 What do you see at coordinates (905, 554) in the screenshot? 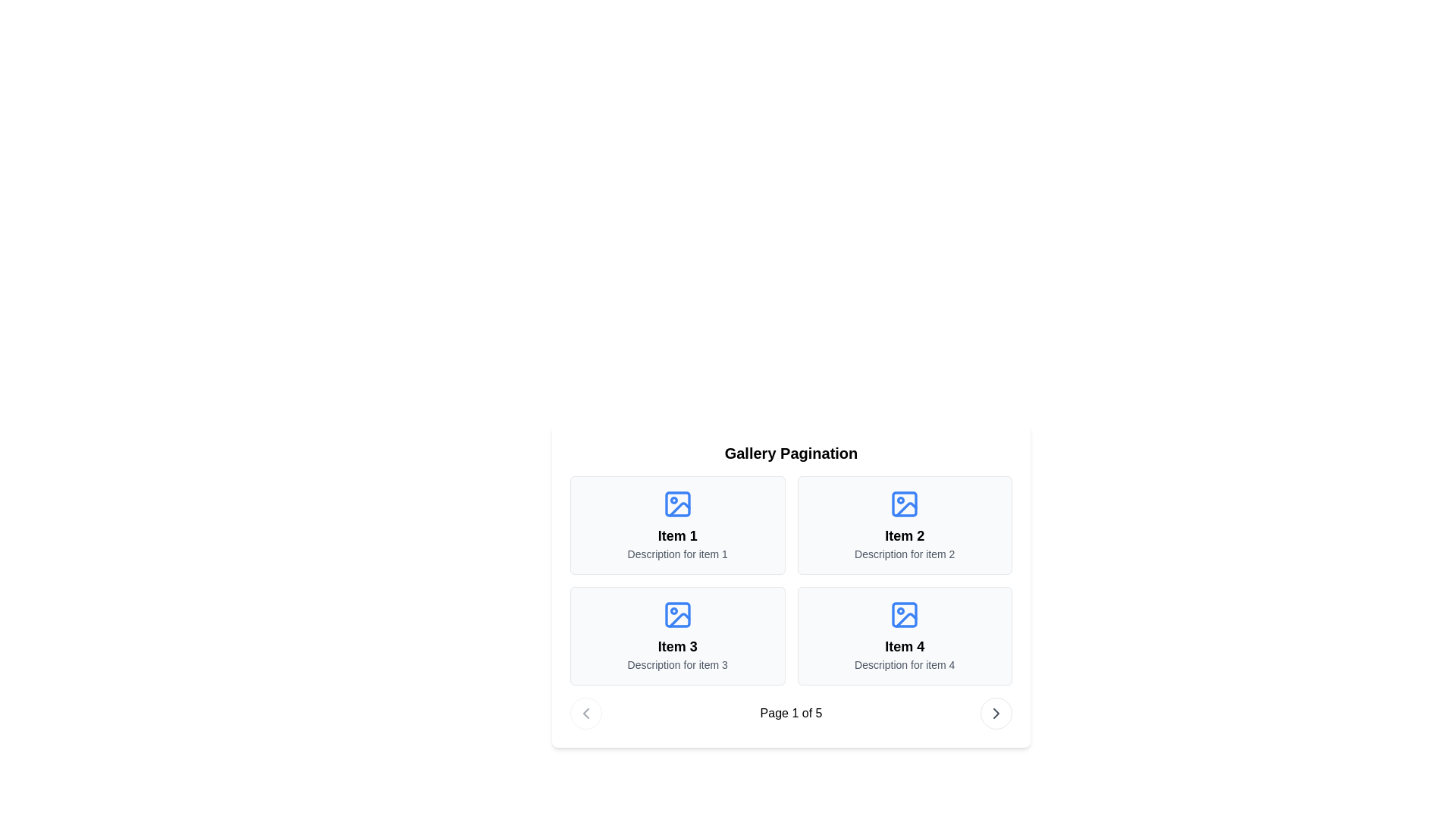
I see `the text label that reads 'Description for item 2', which is located beneath the heading 'Item 2' in the second box of the top row in a grid layout` at bounding box center [905, 554].